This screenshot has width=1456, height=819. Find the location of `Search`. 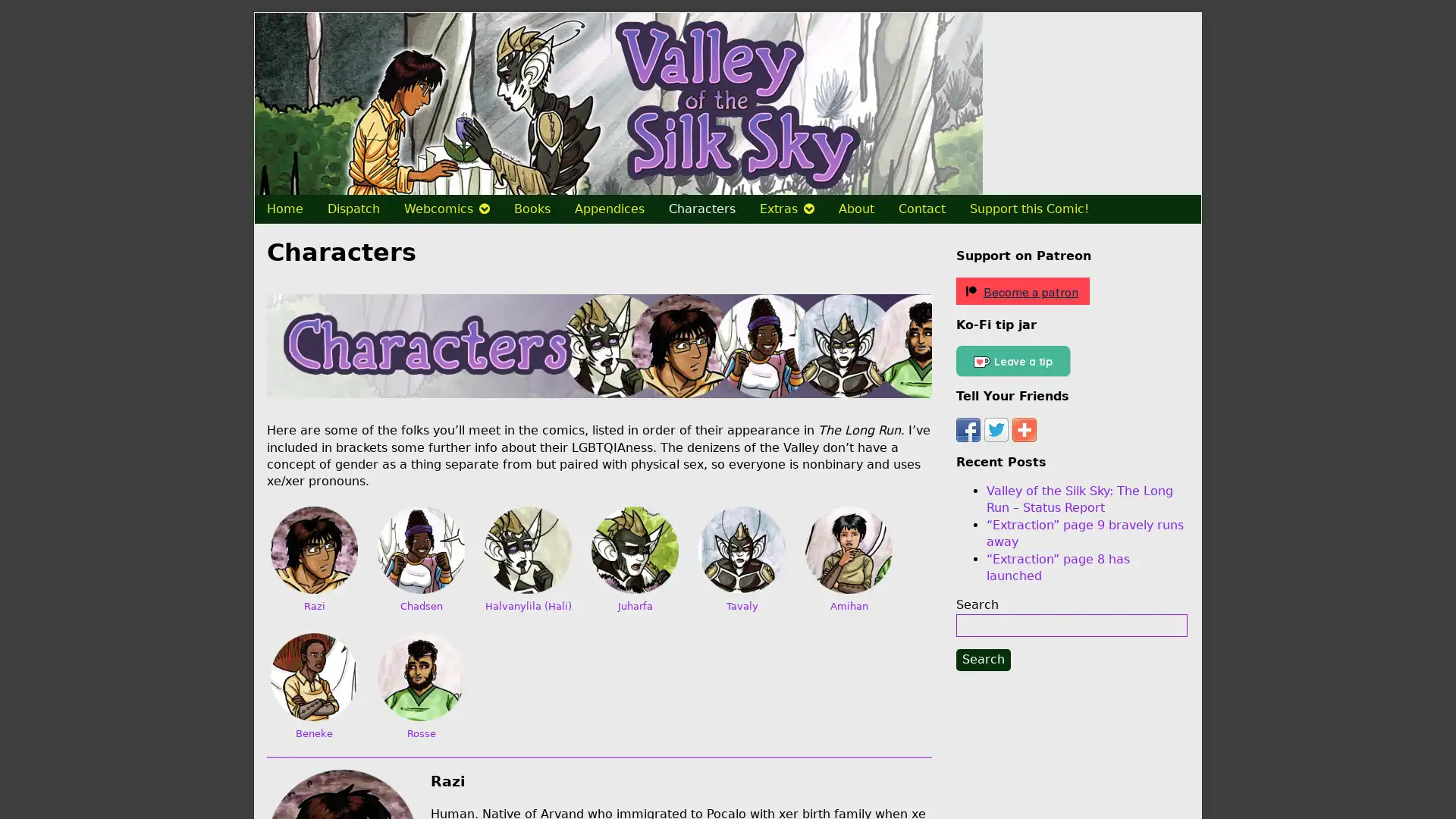

Search is located at coordinates (983, 659).